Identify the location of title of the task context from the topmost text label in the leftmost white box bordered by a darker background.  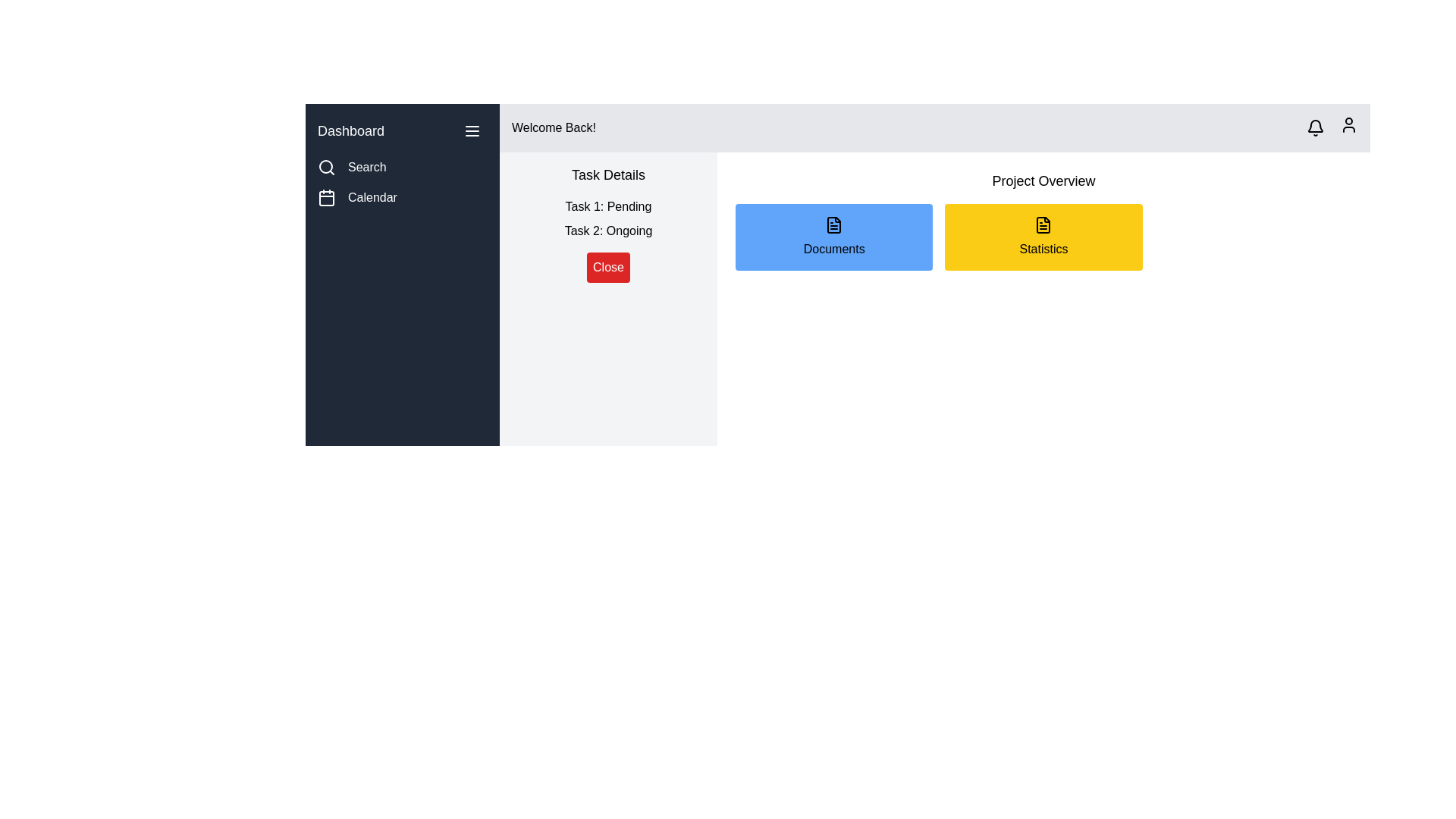
(608, 174).